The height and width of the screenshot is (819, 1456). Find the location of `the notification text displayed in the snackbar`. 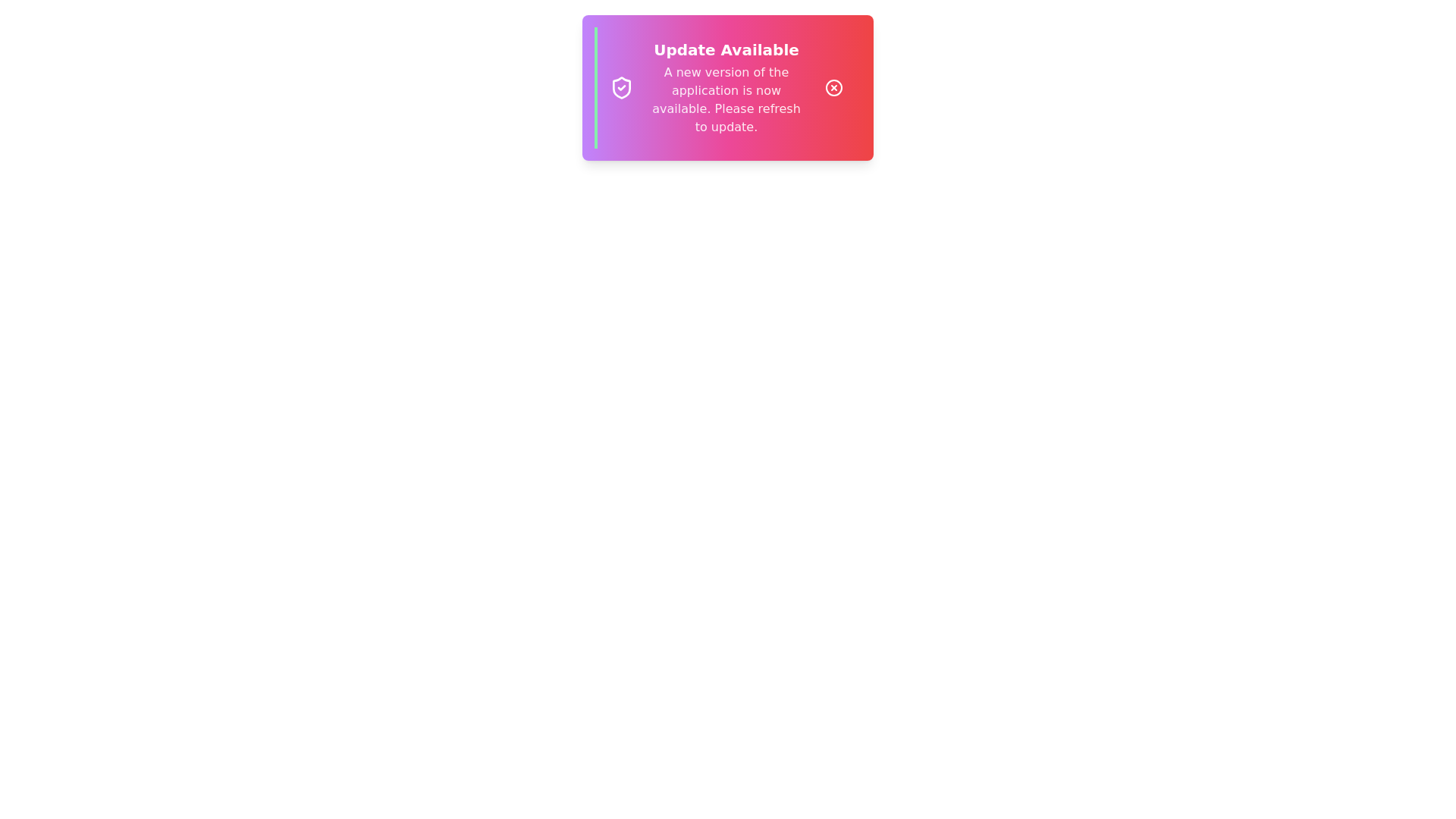

the notification text displayed in the snackbar is located at coordinates (728, 87).